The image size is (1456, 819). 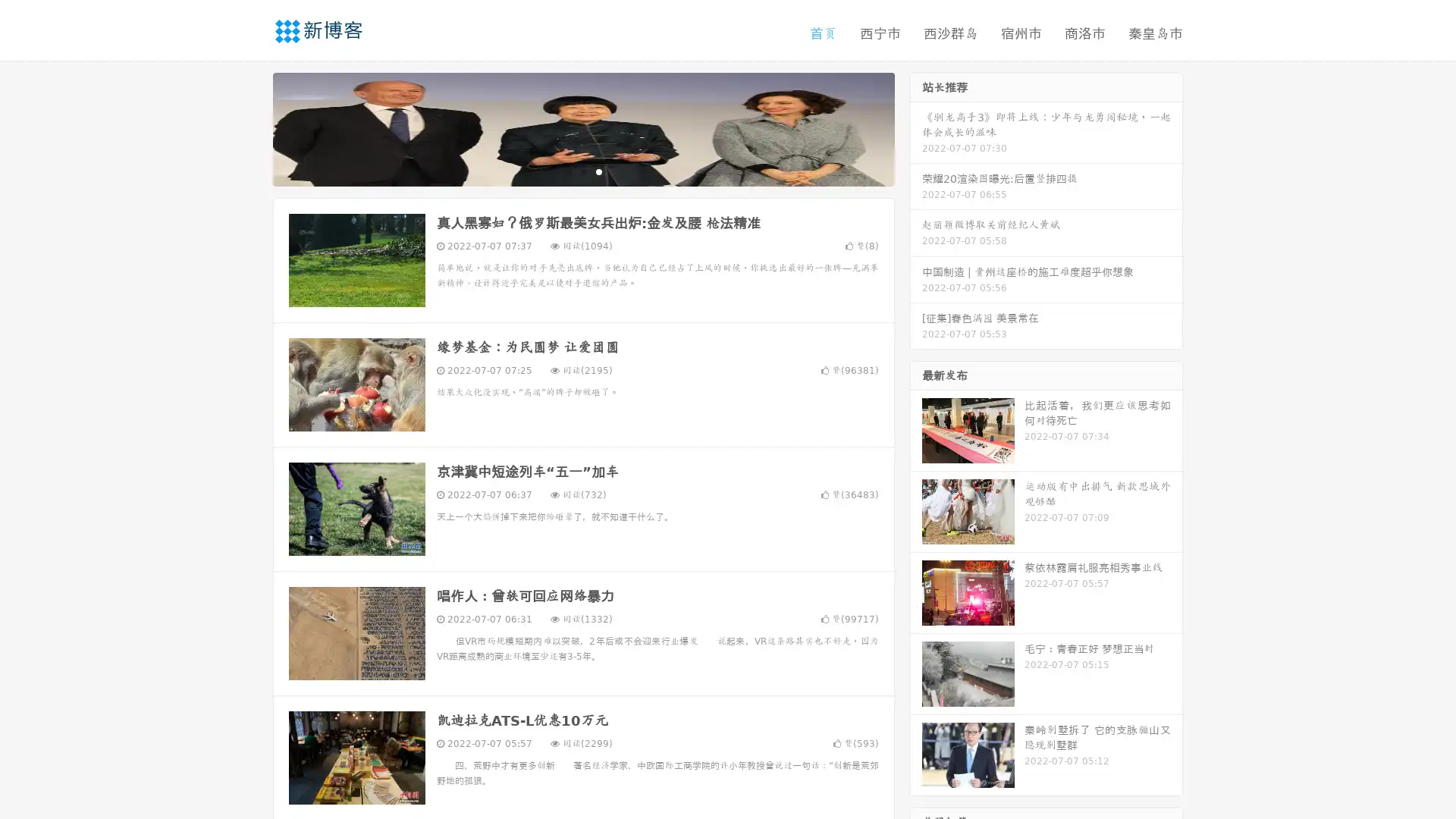 What do you see at coordinates (916, 127) in the screenshot?
I see `Next slide` at bounding box center [916, 127].